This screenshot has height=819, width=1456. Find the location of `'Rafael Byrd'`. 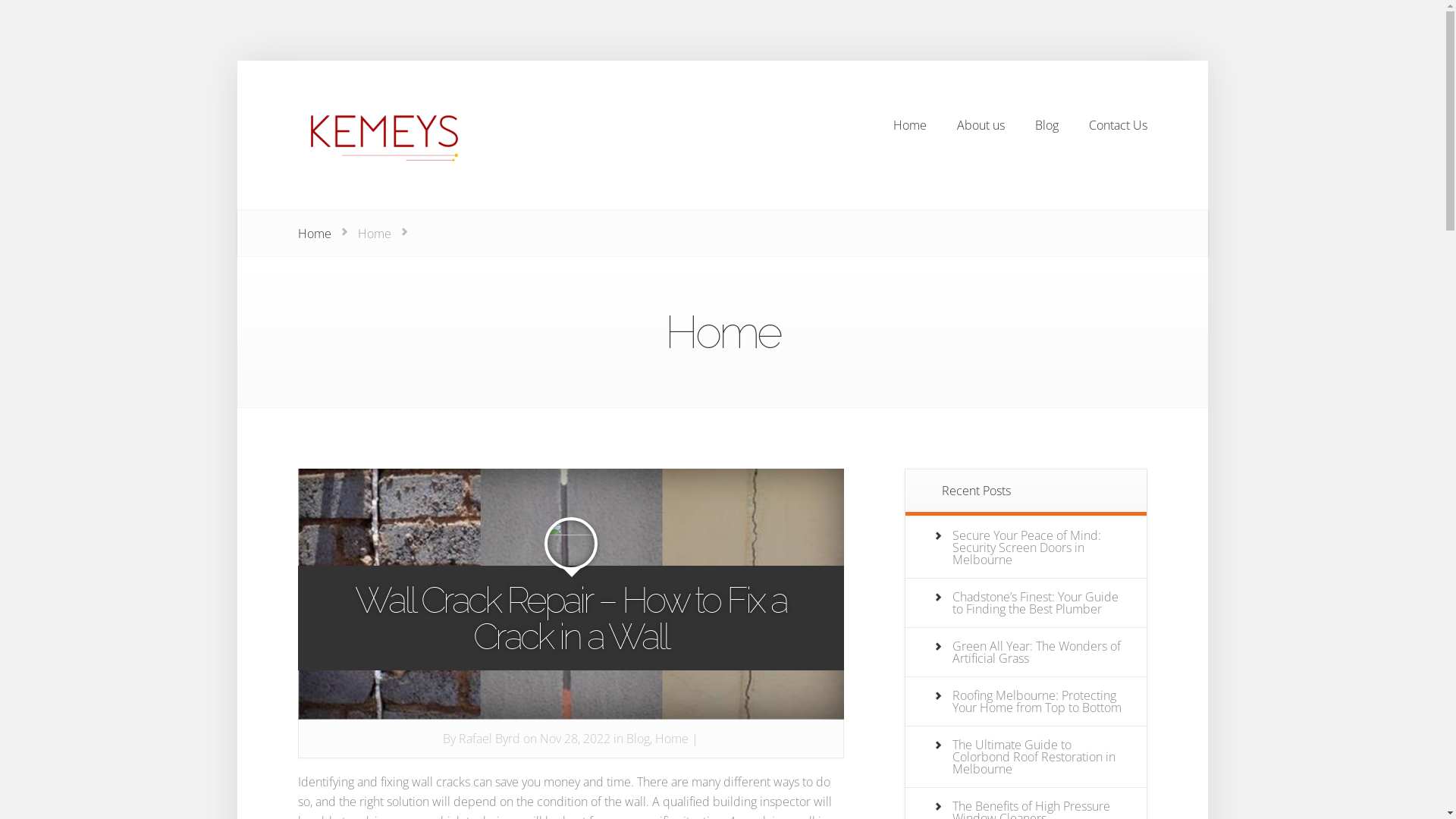

'Rafael Byrd' is located at coordinates (489, 738).